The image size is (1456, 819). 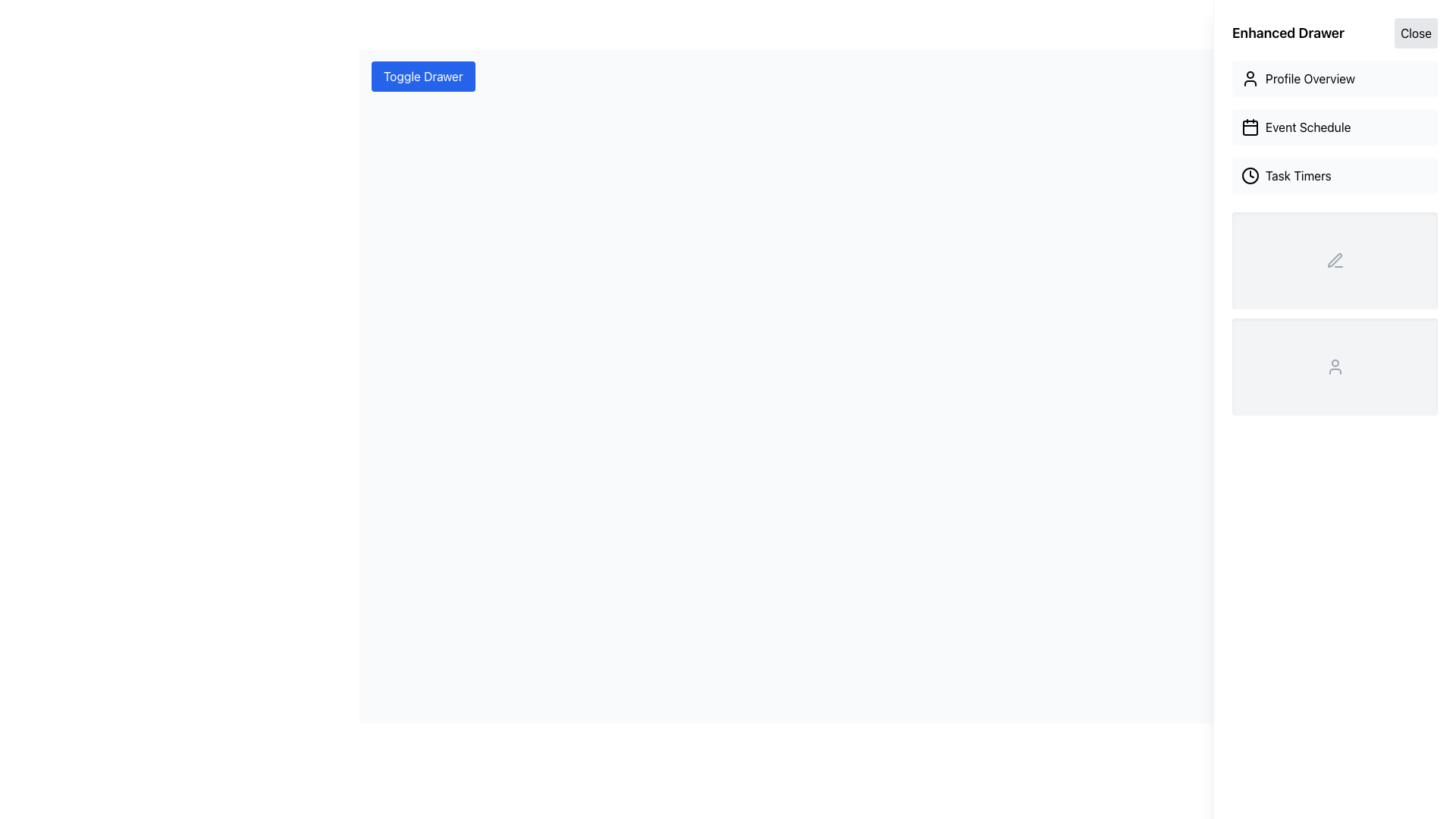 What do you see at coordinates (1250, 127) in the screenshot?
I see `the background rectangle of the calendar icon, which is part of the 'Event Schedule' item in the 'Enhanced Drawer' sidebar` at bounding box center [1250, 127].